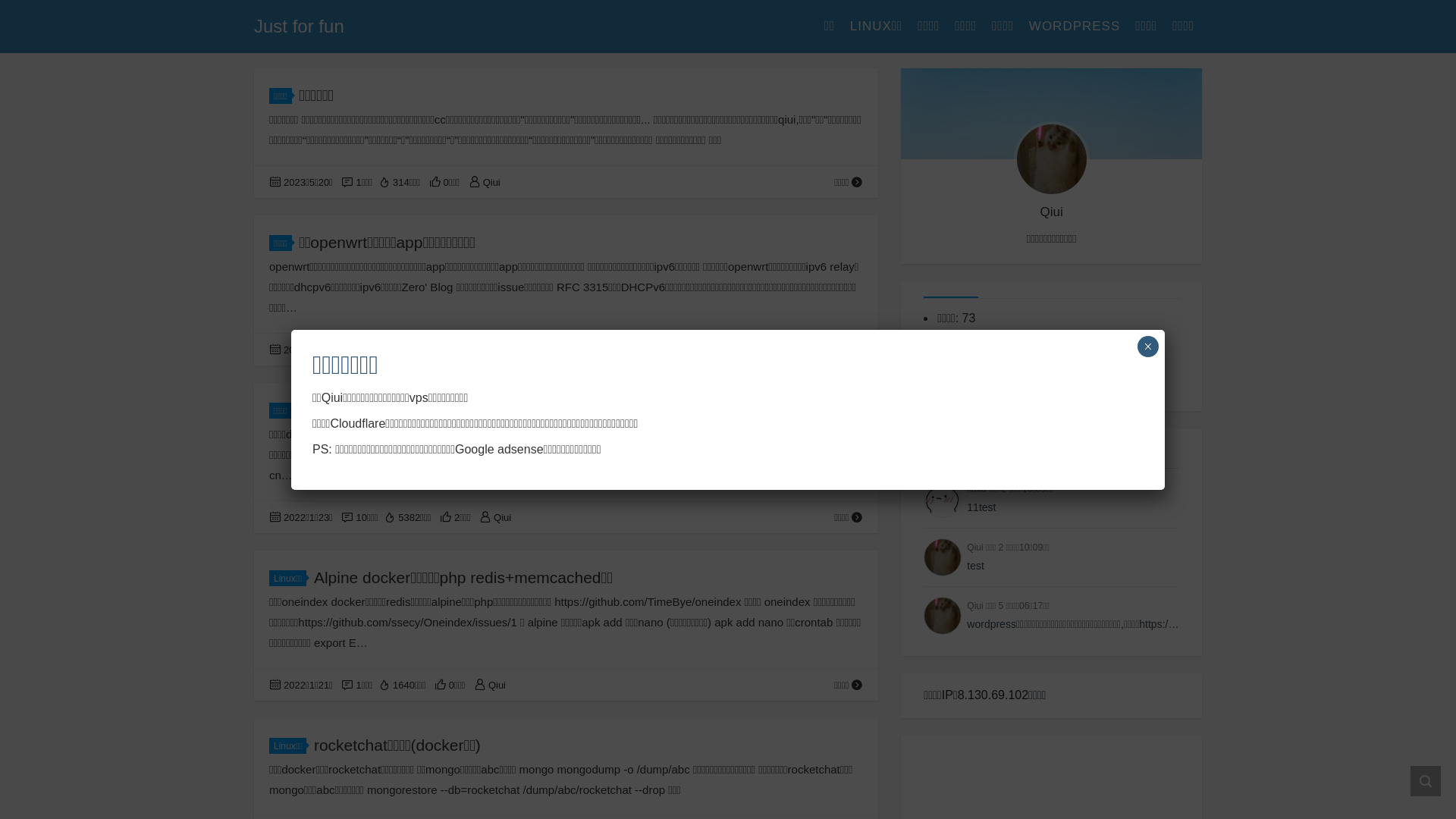 The image size is (1456, 819). Describe the element at coordinates (1073, 26) in the screenshot. I see `'WORDPRESS'` at that location.